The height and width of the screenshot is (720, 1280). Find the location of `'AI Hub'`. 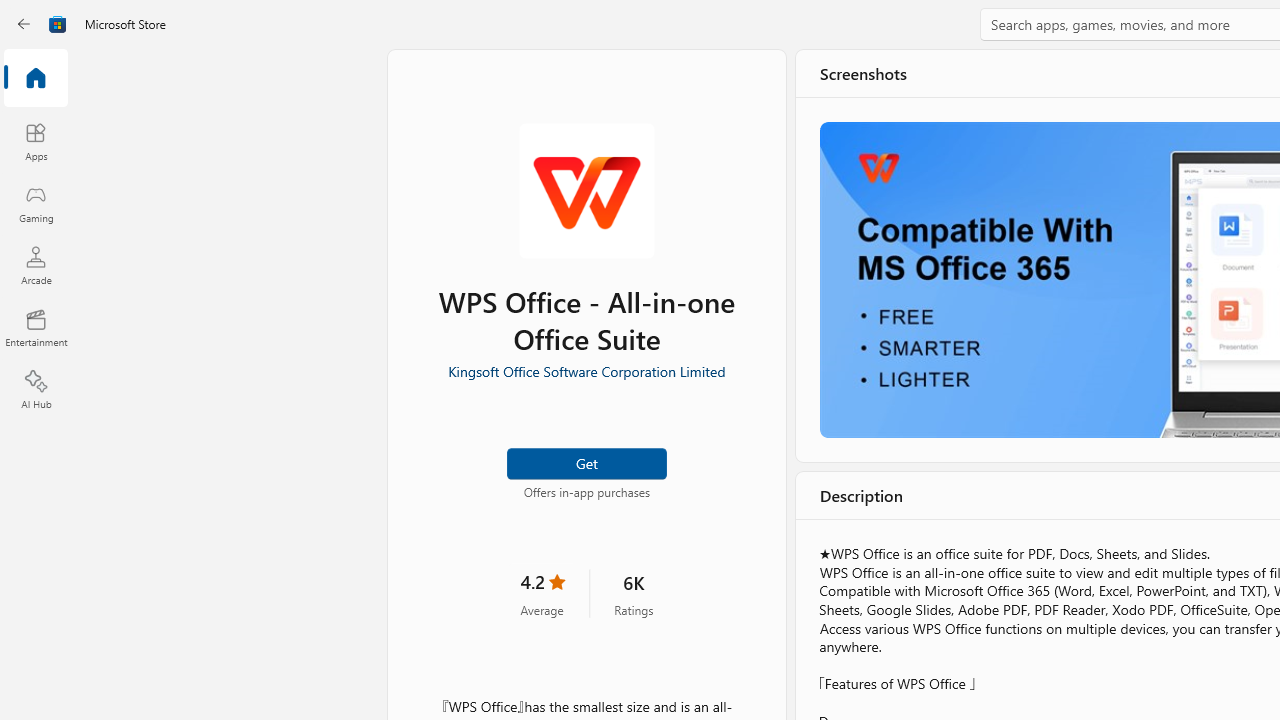

'AI Hub' is located at coordinates (35, 390).